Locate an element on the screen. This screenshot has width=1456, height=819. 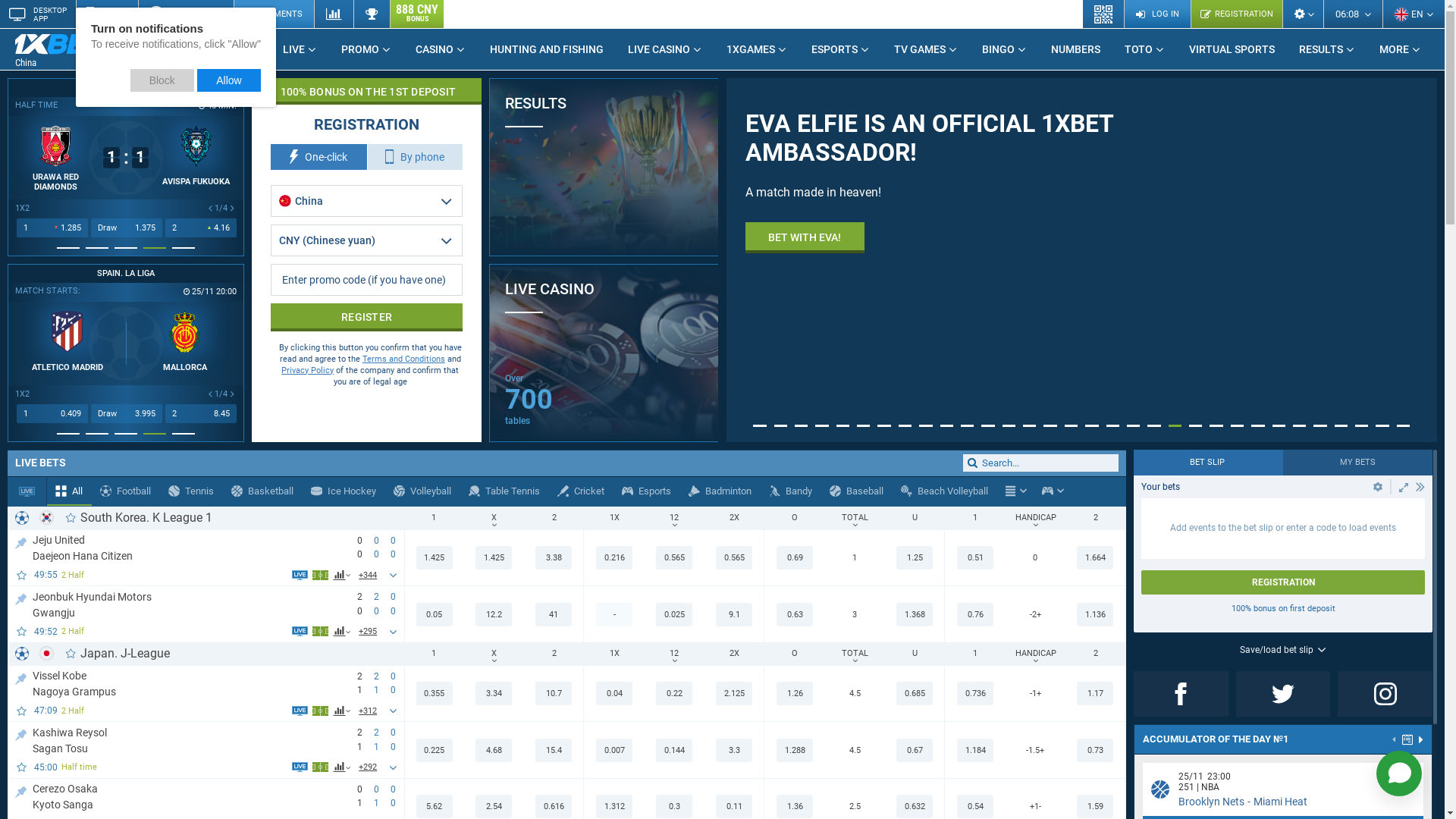
'+292' is located at coordinates (353, 767).